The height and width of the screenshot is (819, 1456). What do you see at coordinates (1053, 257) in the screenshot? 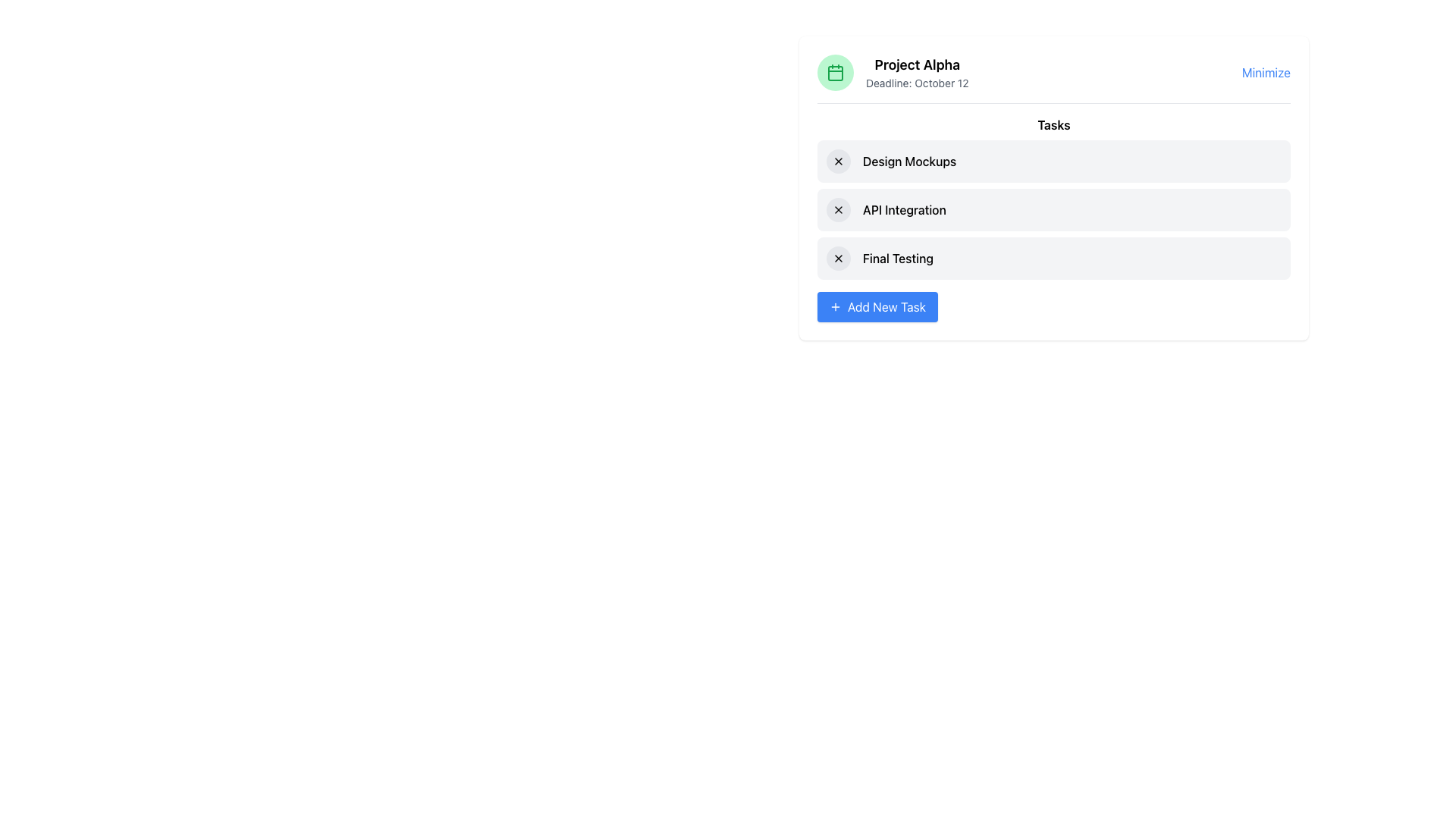
I see `the list item labeled 'Final Testing'` at bounding box center [1053, 257].